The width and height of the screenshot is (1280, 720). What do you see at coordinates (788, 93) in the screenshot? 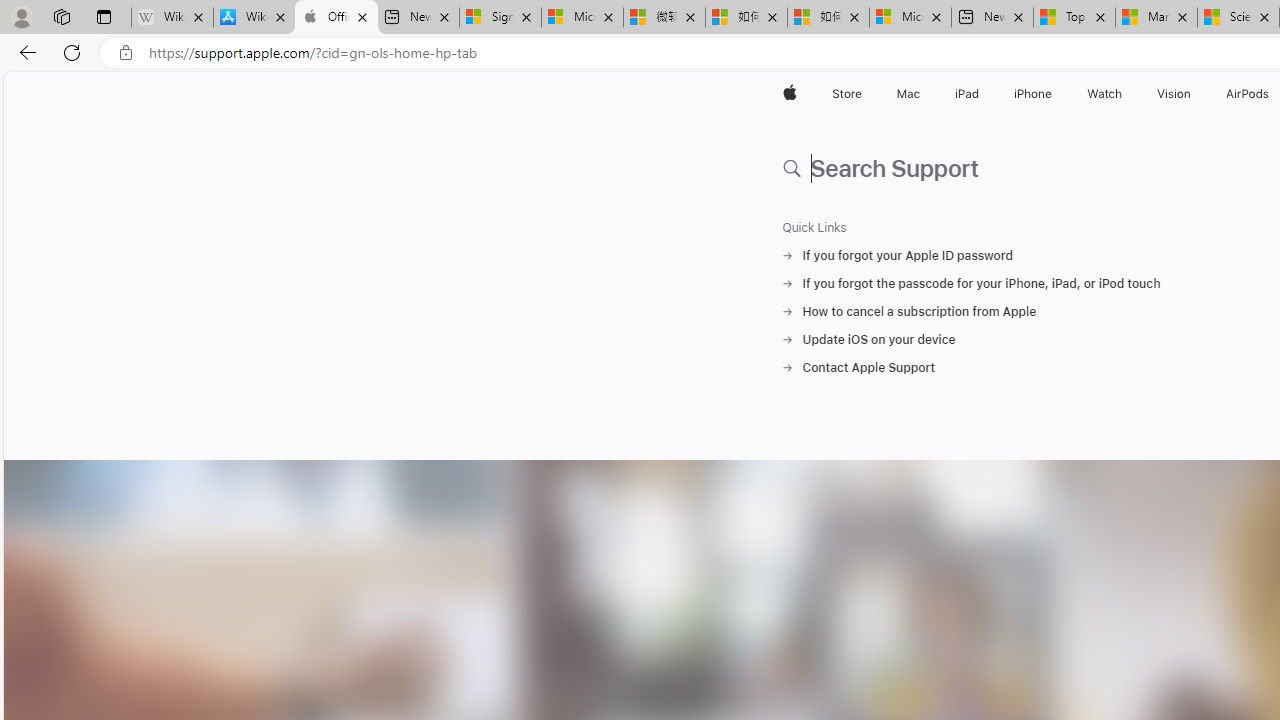
I see `'Apple'` at bounding box center [788, 93].